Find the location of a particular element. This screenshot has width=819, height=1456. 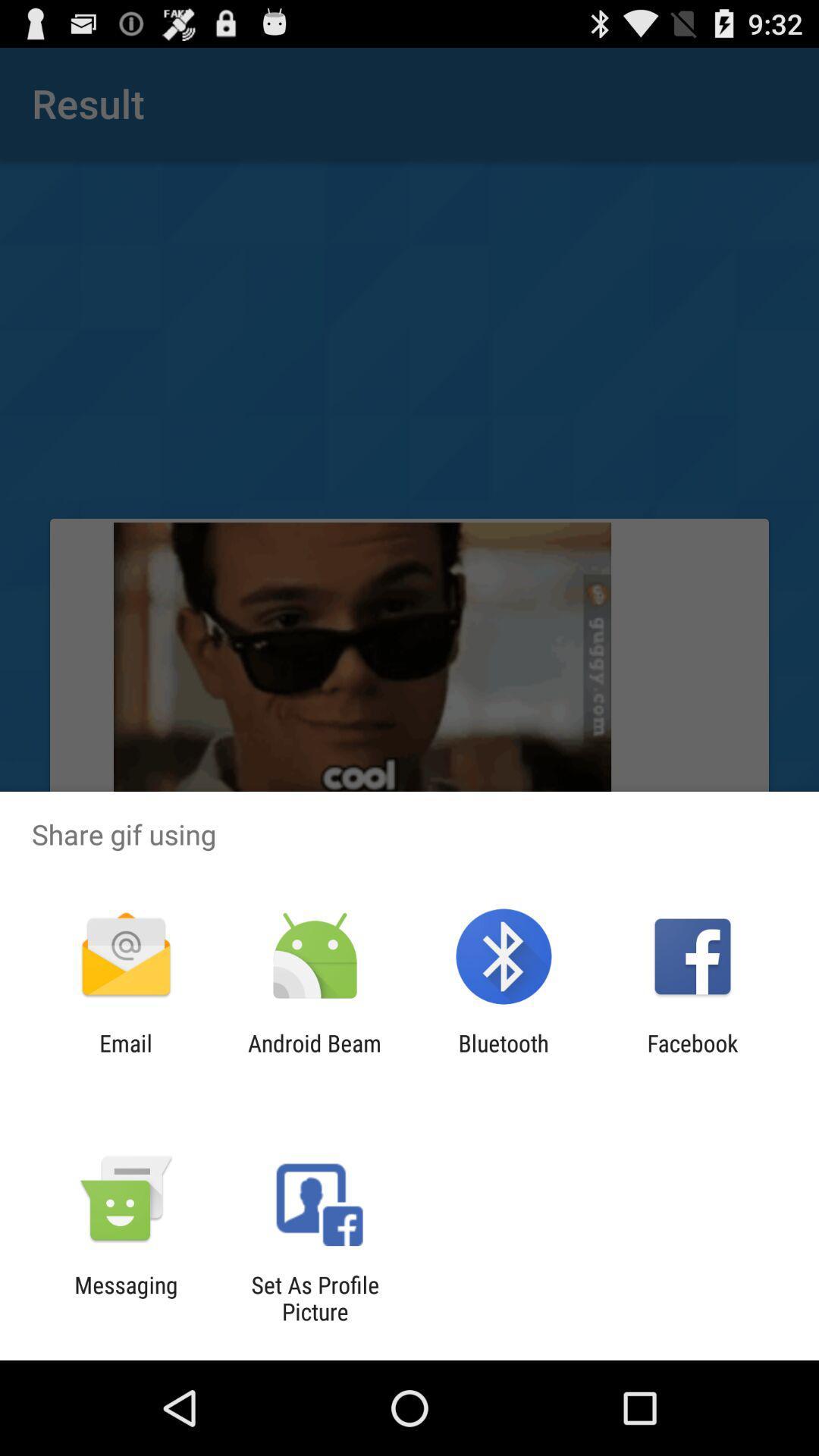

facebook is located at coordinates (692, 1056).